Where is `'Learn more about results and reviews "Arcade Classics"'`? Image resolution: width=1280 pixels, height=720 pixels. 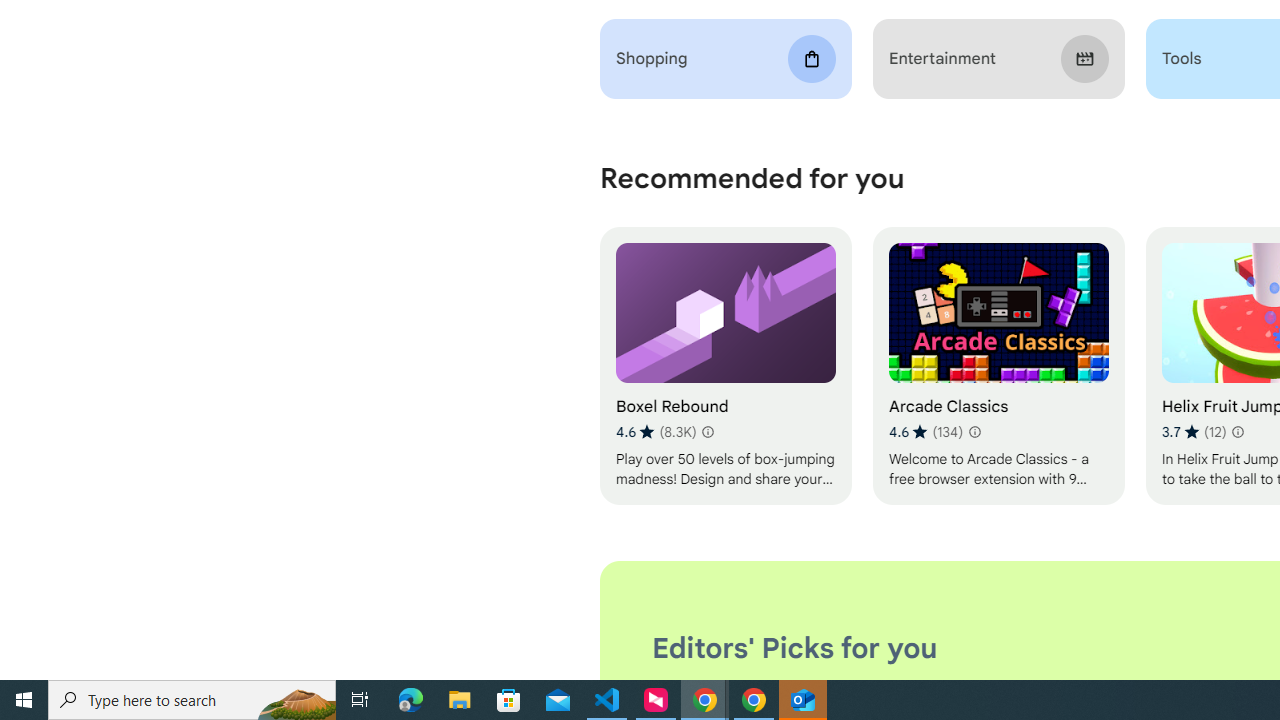
'Learn more about results and reviews "Arcade Classics"' is located at coordinates (974, 431).